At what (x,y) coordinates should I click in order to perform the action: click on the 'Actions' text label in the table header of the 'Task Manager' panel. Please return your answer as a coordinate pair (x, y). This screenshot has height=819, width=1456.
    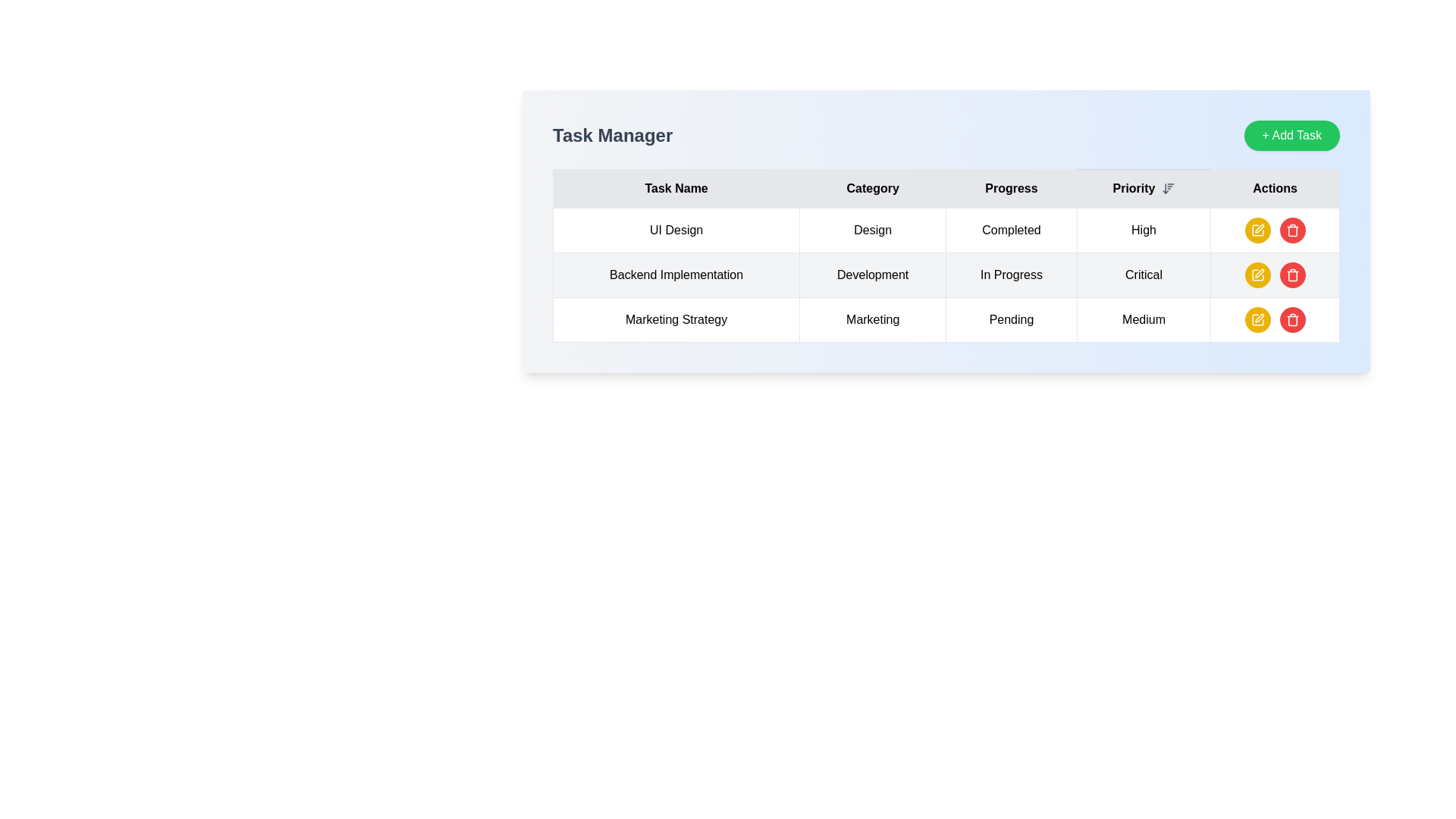
    Looking at the image, I should click on (1274, 188).